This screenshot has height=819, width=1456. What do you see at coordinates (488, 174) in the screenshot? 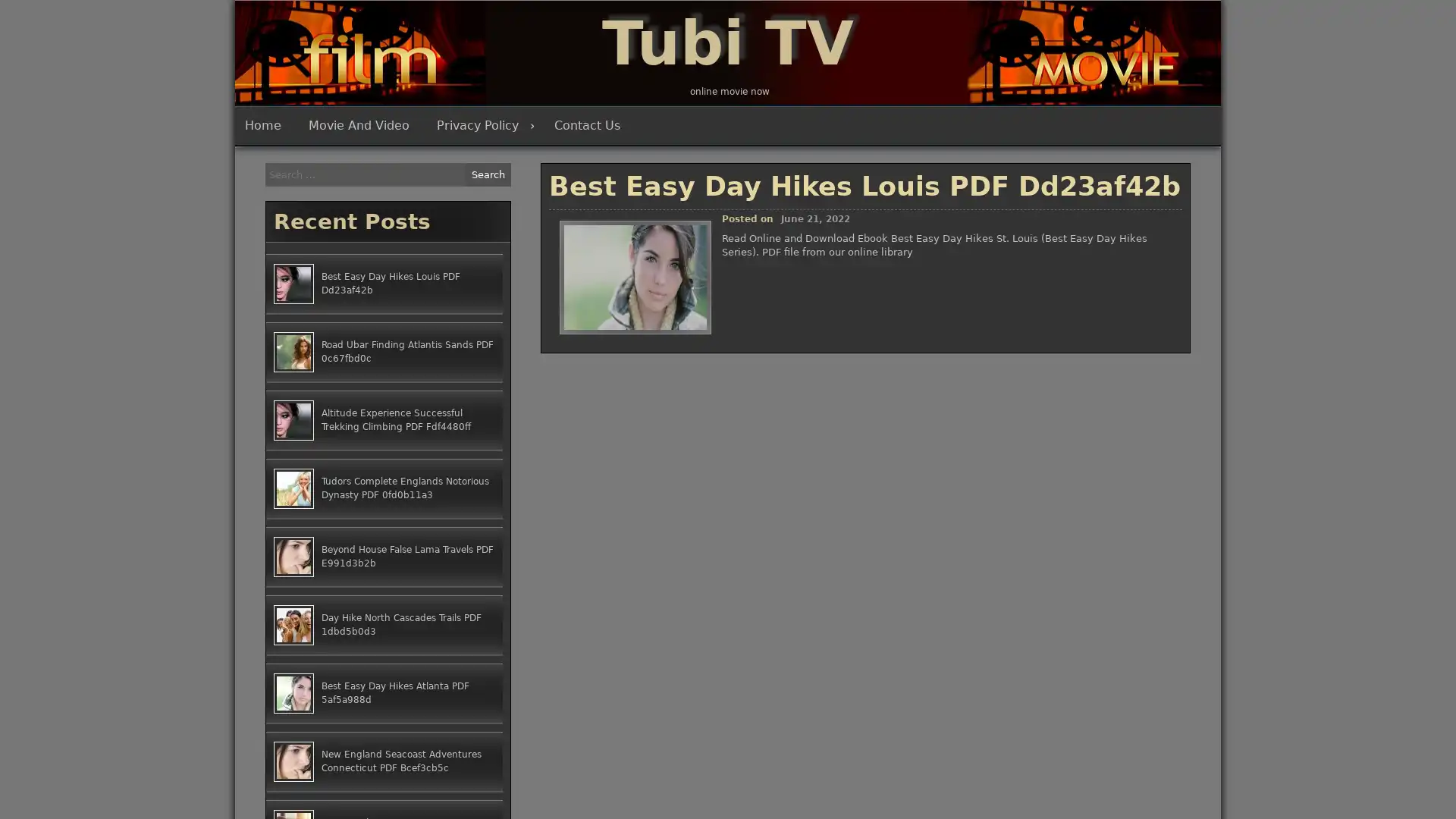
I see `Search` at bounding box center [488, 174].